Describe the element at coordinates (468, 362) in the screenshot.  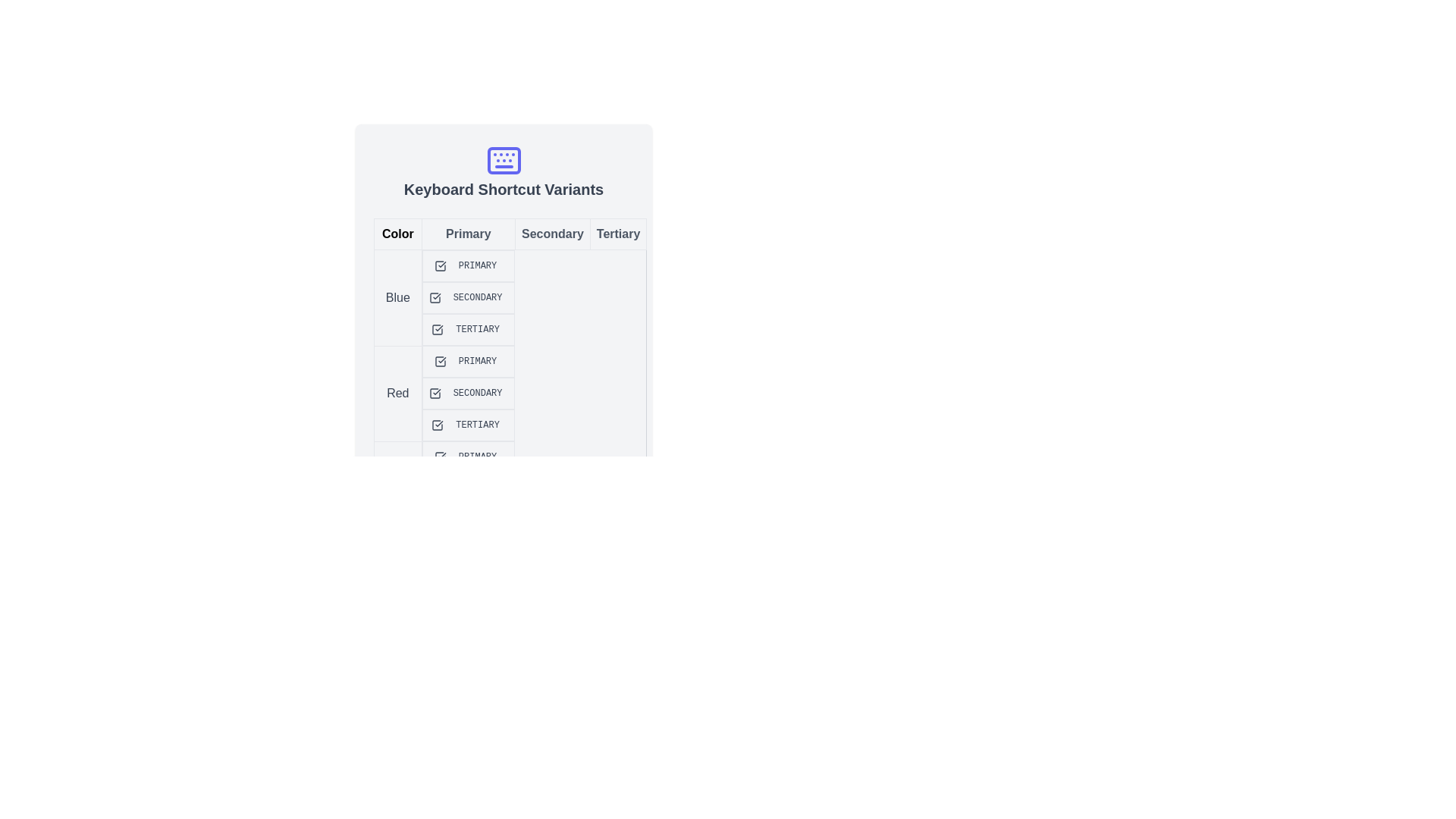
I see `the 'Primary' label indicating the 'Red' category in the table, located at the intersection of the 'Primary' column and the 'Red' row, which is visually non-interactive` at that location.